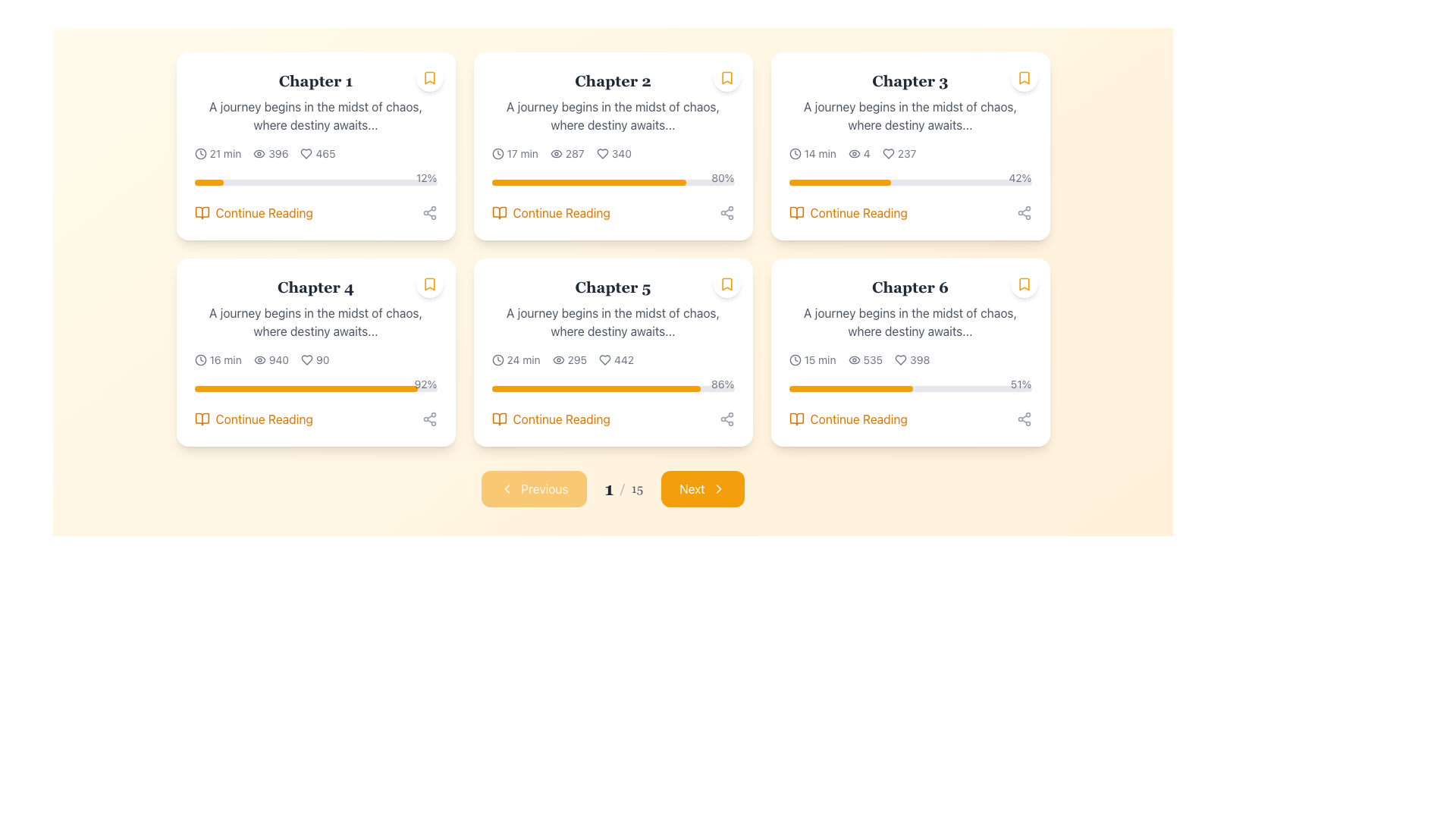  What do you see at coordinates (507, 488) in the screenshot?
I see `the leftward-facing arrow icon, which is part of the 'Previous' button located at the bottom-left corner of the navigation controls grid` at bounding box center [507, 488].